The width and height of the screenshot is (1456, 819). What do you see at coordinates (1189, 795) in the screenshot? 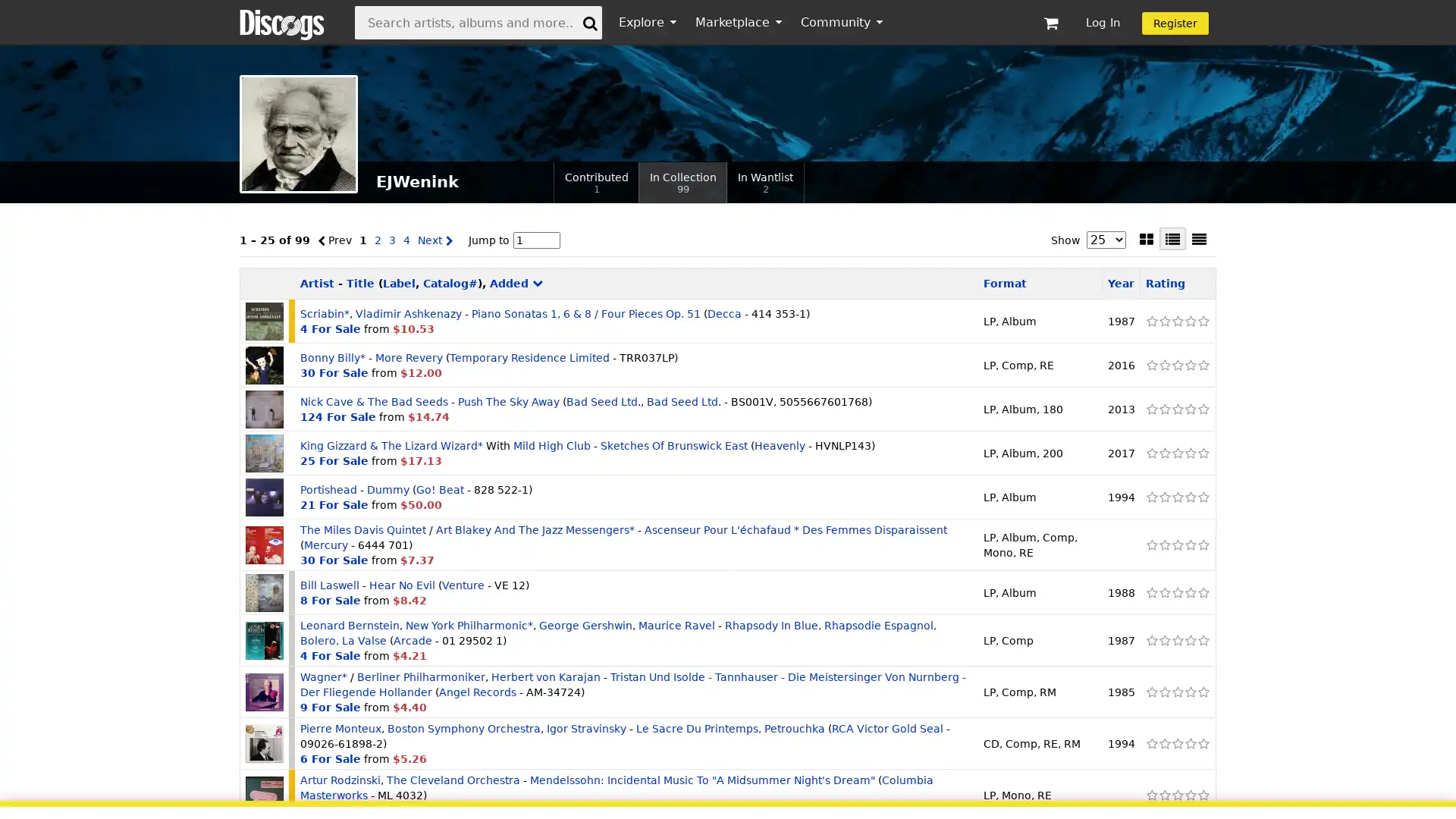
I see `Rate this release 4 stars.` at bounding box center [1189, 795].